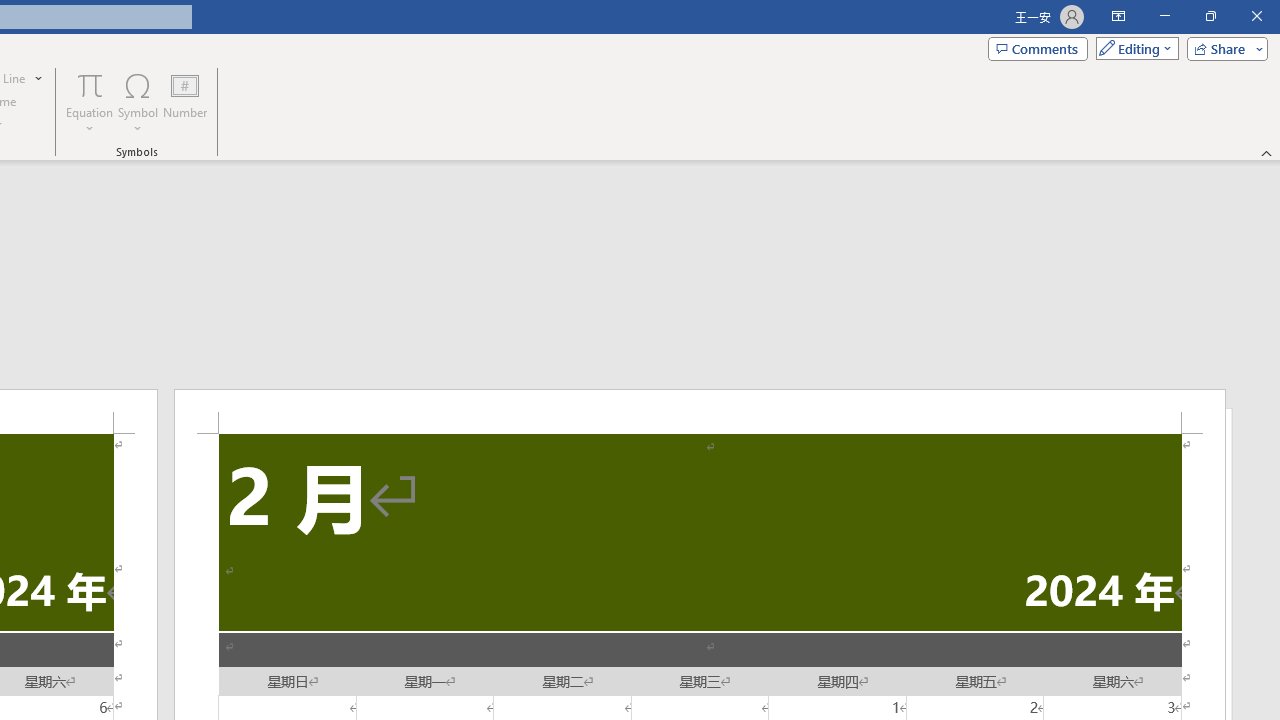 This screenshot has height=720, width=1280. Describe the element at coordinates (1038, 47) in the screenshot. I see `'Comments'` at that location.